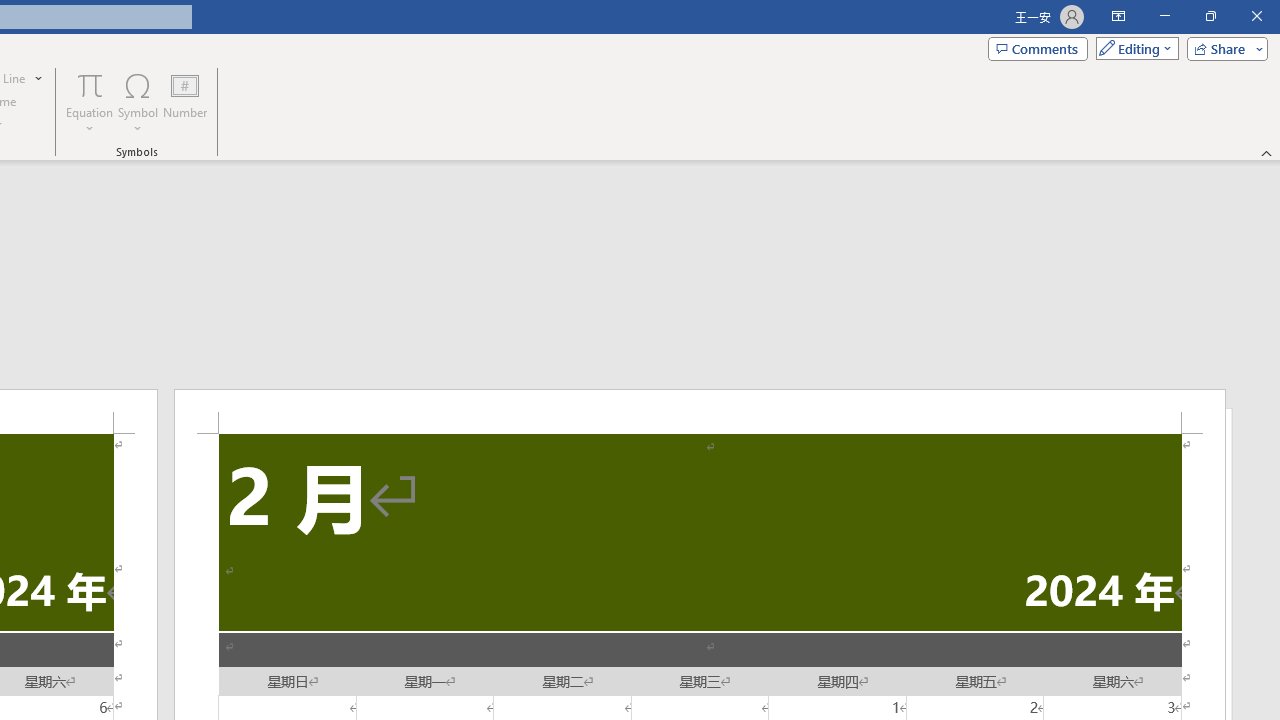 This screenshot has height=720, width=1280. Describe the element at coordinates (1038, 47) in the screenshot. I see `'Comments'` at that location.